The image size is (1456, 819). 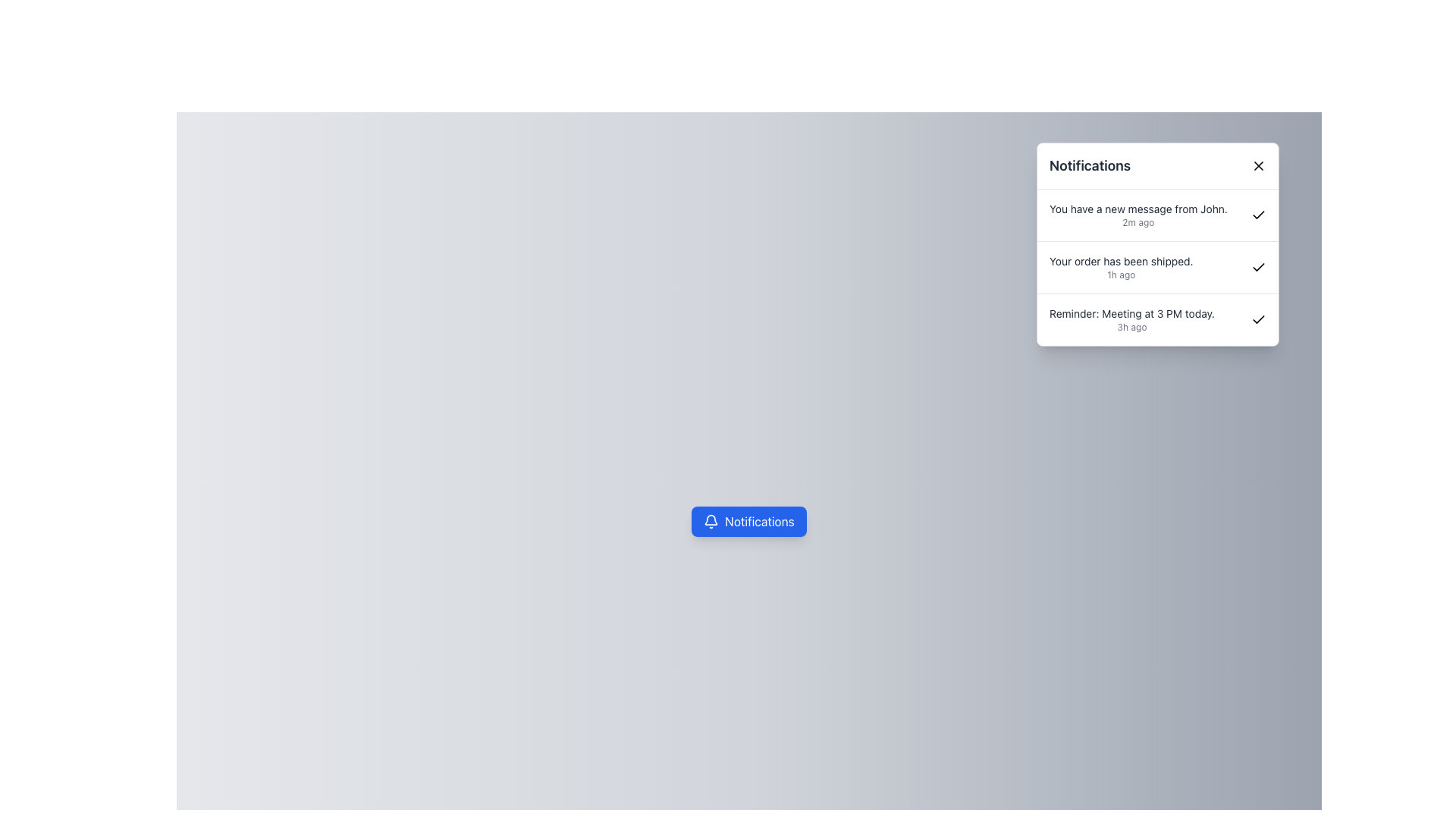 What do you see at coordinates (1131, 312) in the screenshot?
I see `the main text of the third notification item that informs the user about a meeting scheduled at 3 PM` at bounding box center [1131, 312].